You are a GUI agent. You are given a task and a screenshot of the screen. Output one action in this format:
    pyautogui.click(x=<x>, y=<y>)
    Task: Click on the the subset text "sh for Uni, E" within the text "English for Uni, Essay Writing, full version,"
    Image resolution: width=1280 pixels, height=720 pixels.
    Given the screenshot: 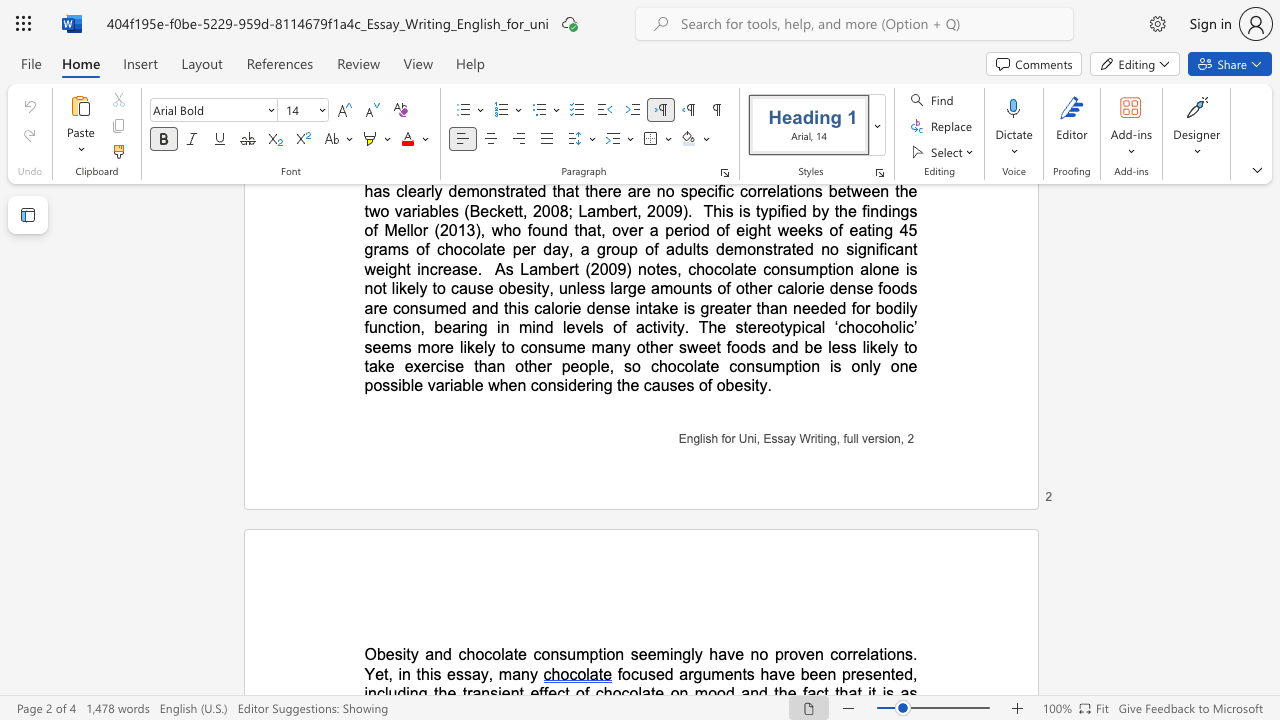 What is the action you would take?
    pyautogui.click(x=705, y=437)
    